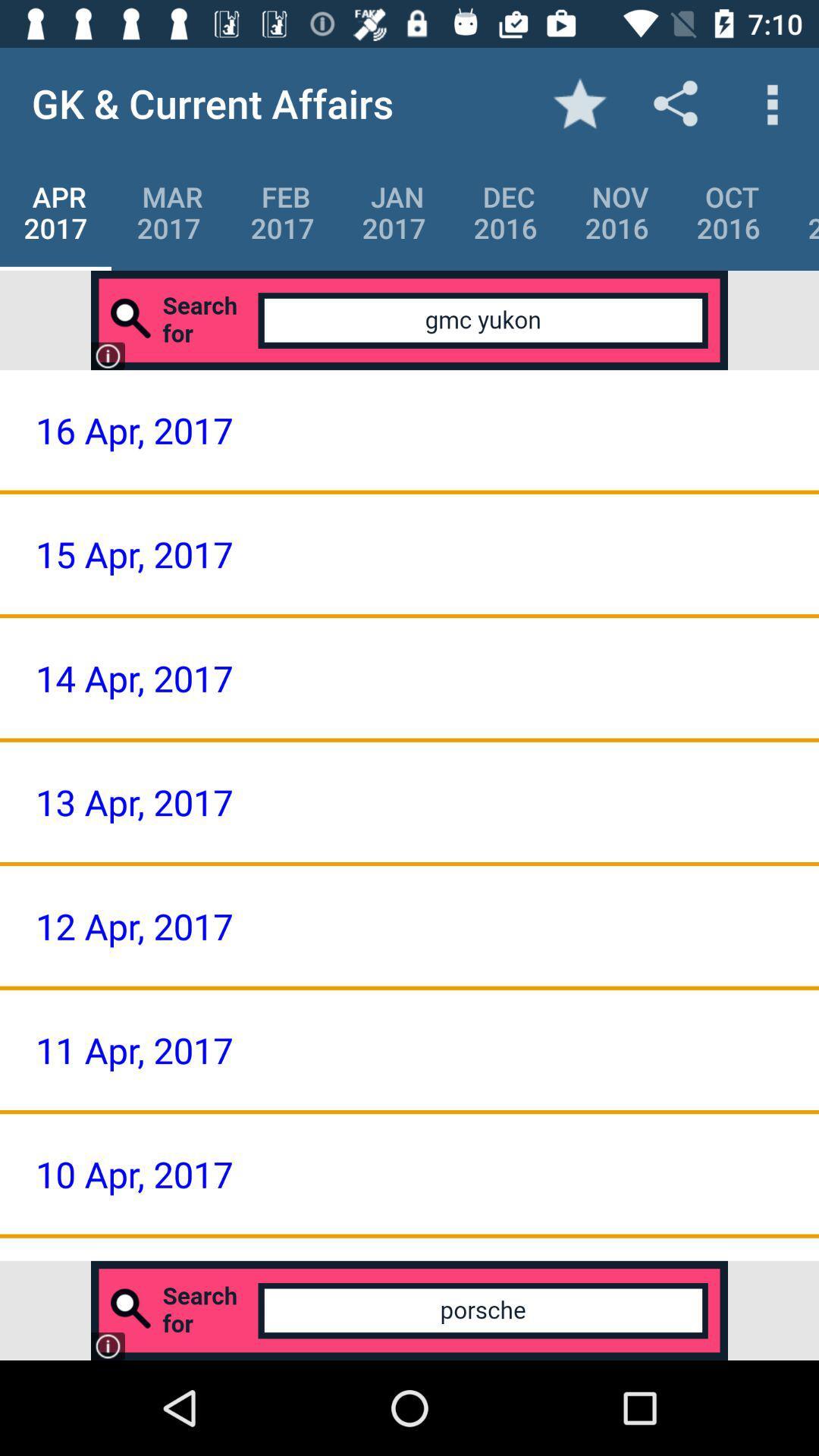 This screenshot has width=819, height=1456. I want to click on item next to the  dec, so click(617, 212).